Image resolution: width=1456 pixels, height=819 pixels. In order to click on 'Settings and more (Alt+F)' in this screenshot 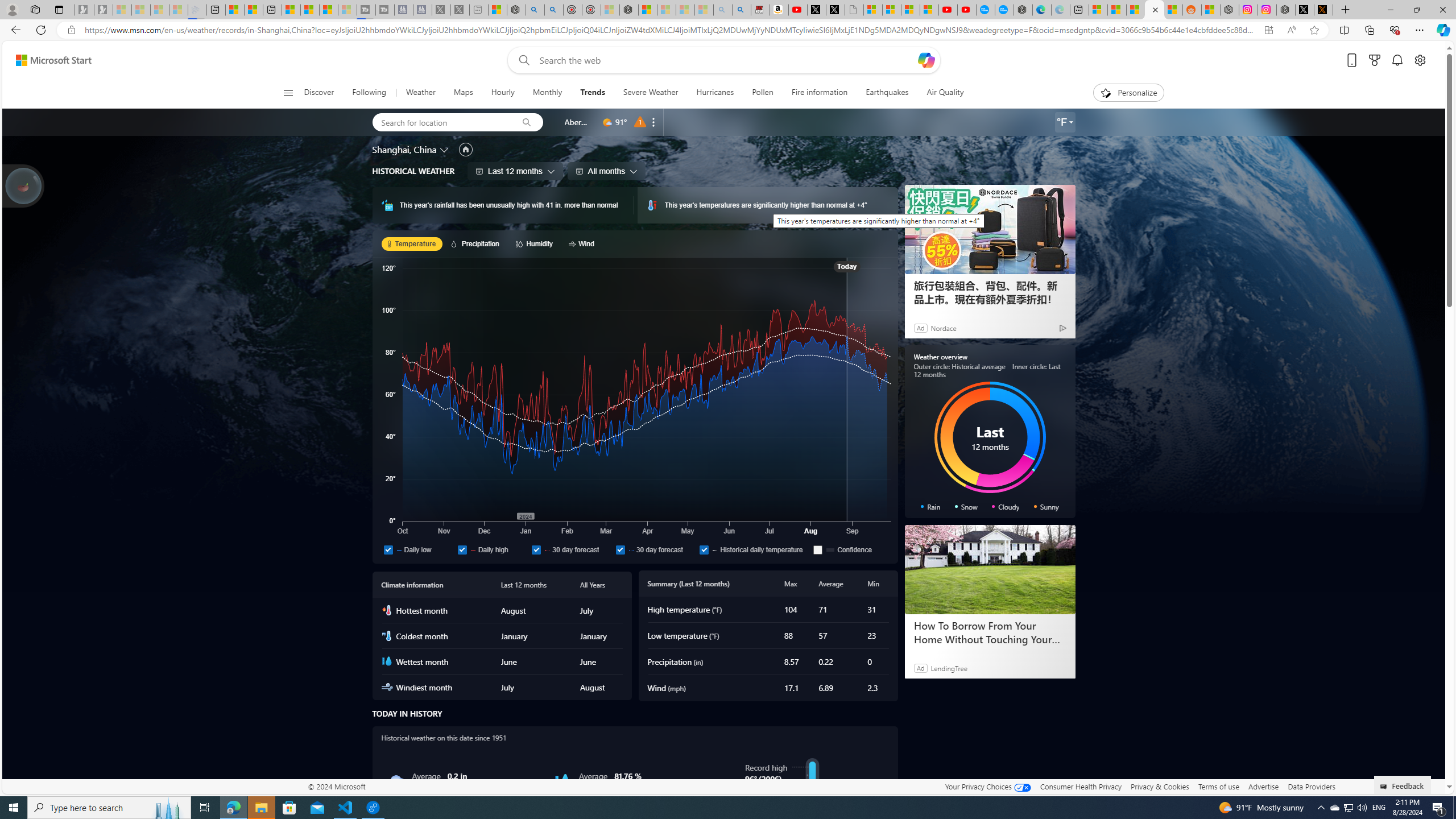, I will do `click(1419, 29)`.